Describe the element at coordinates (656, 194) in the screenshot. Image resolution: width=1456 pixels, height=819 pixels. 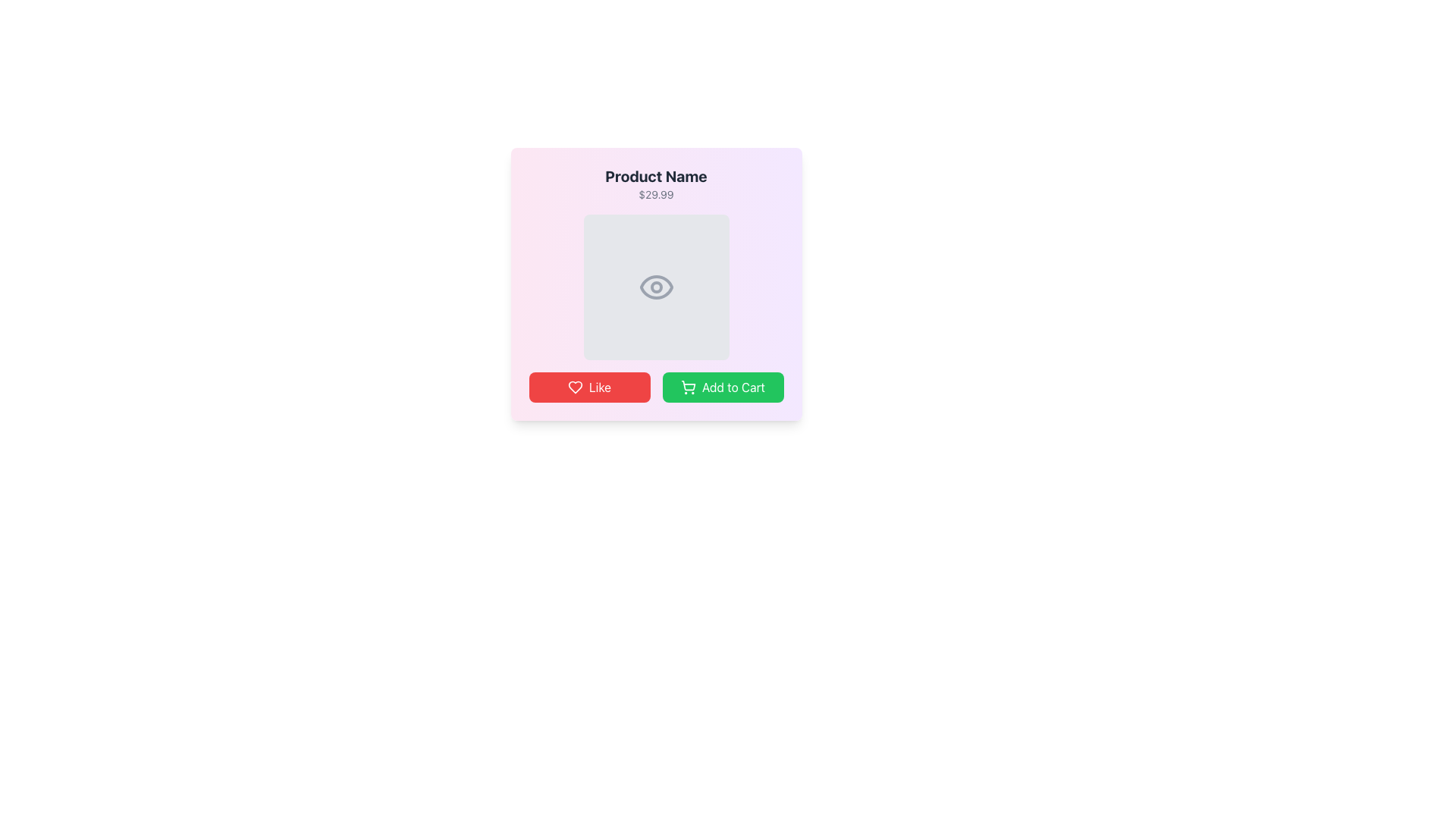
I see `the Text Label displaying the price information of the associated product, which is located below the title 'Product Name' and above the product image` at that location.